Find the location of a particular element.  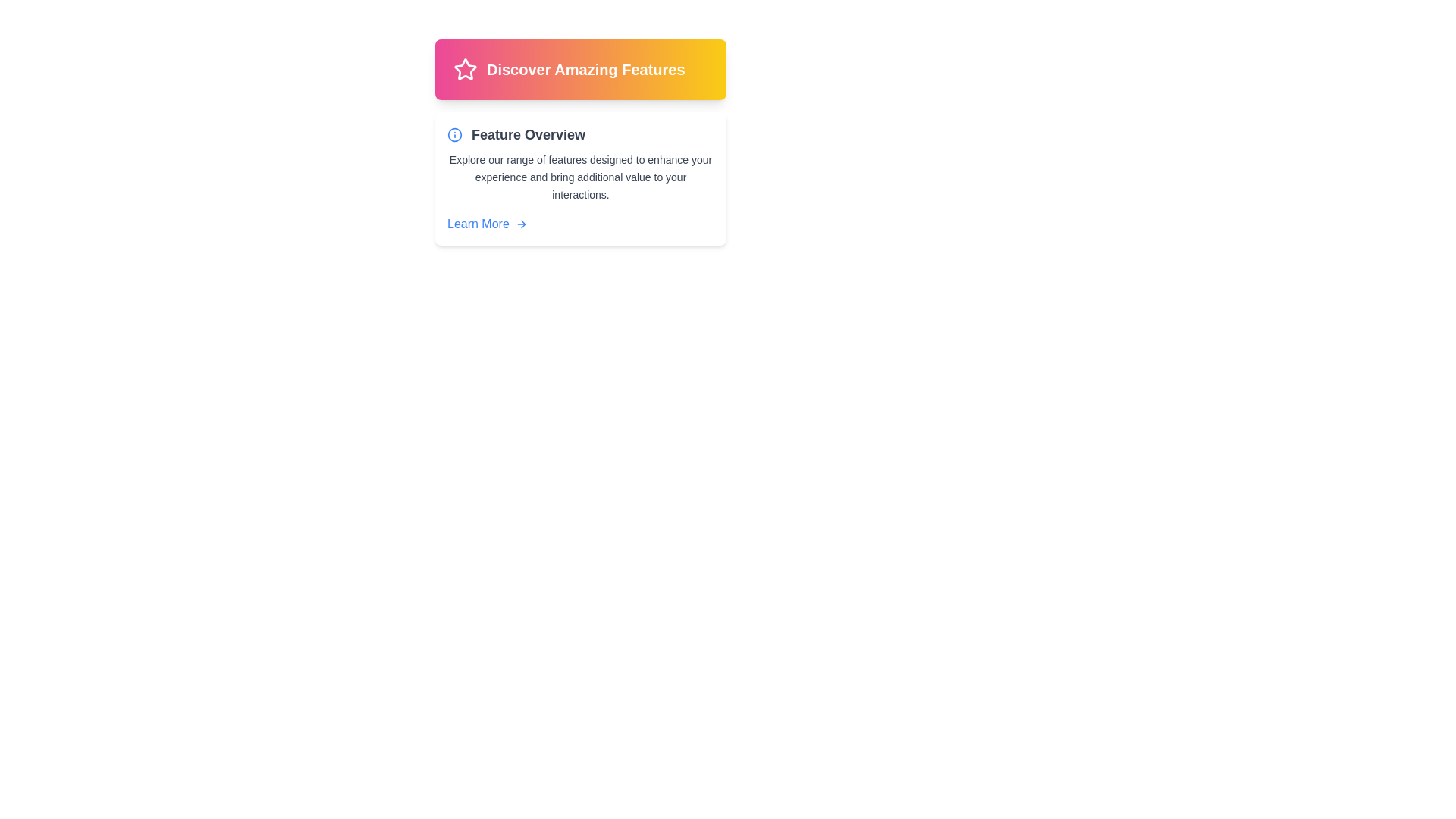

the hyperlink text element 'Learn More' is located at coordinates (477, 224).